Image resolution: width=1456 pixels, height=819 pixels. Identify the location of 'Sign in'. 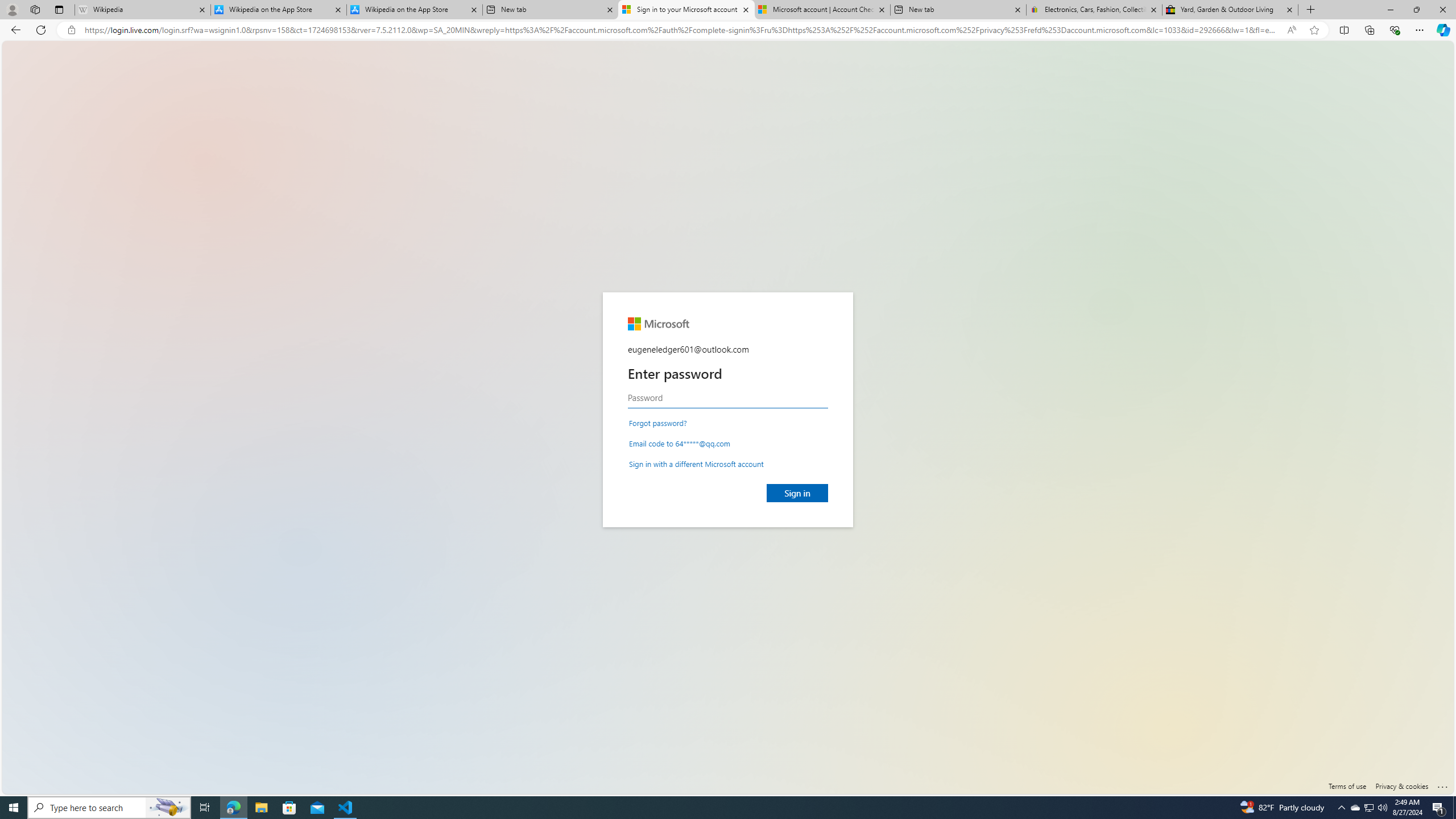
(797, 492).